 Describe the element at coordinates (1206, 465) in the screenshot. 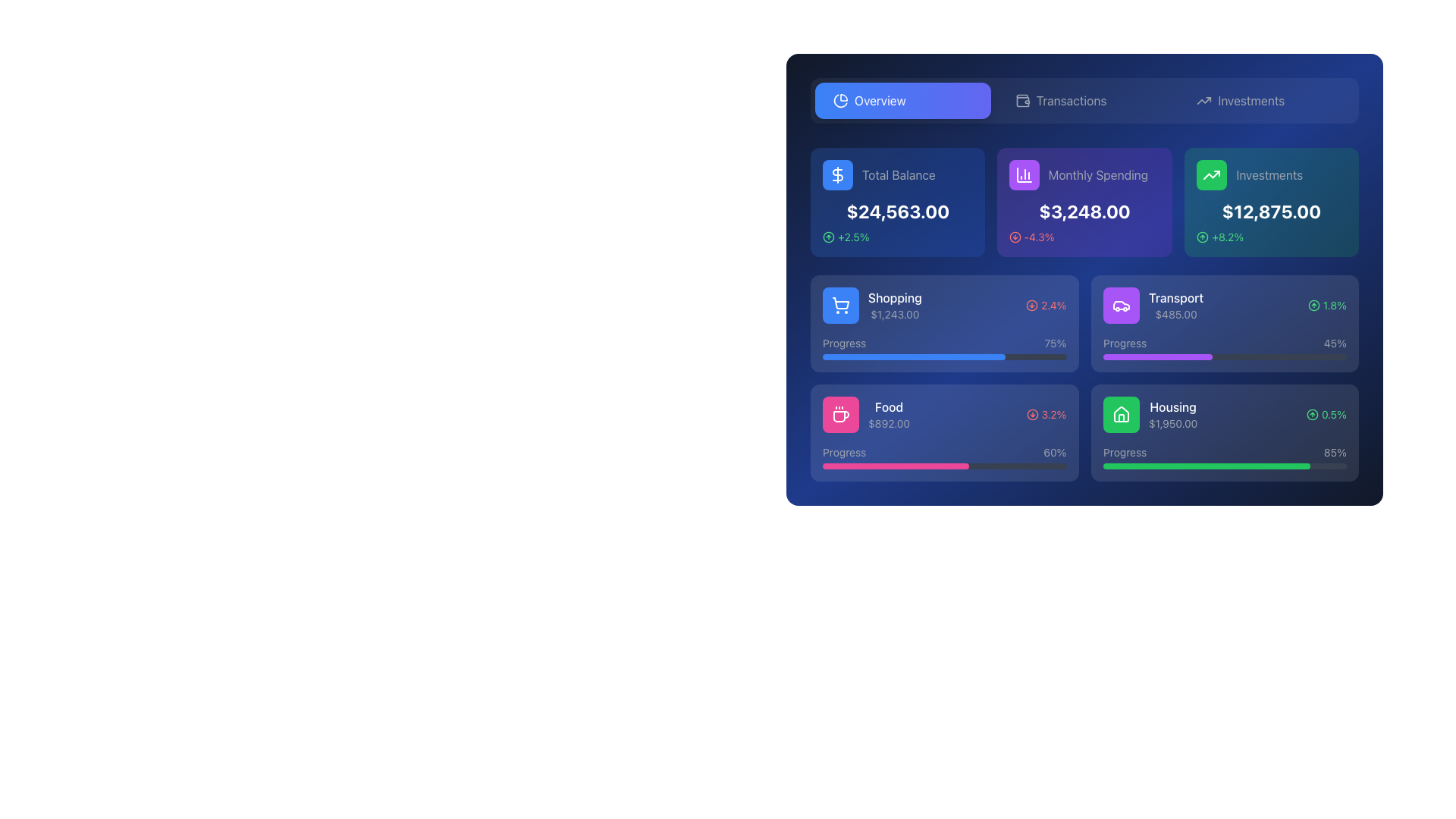

I see `the progress represented by the filled portion of the progress bar indicating 85% completion for the 'Housing' task` at that location.